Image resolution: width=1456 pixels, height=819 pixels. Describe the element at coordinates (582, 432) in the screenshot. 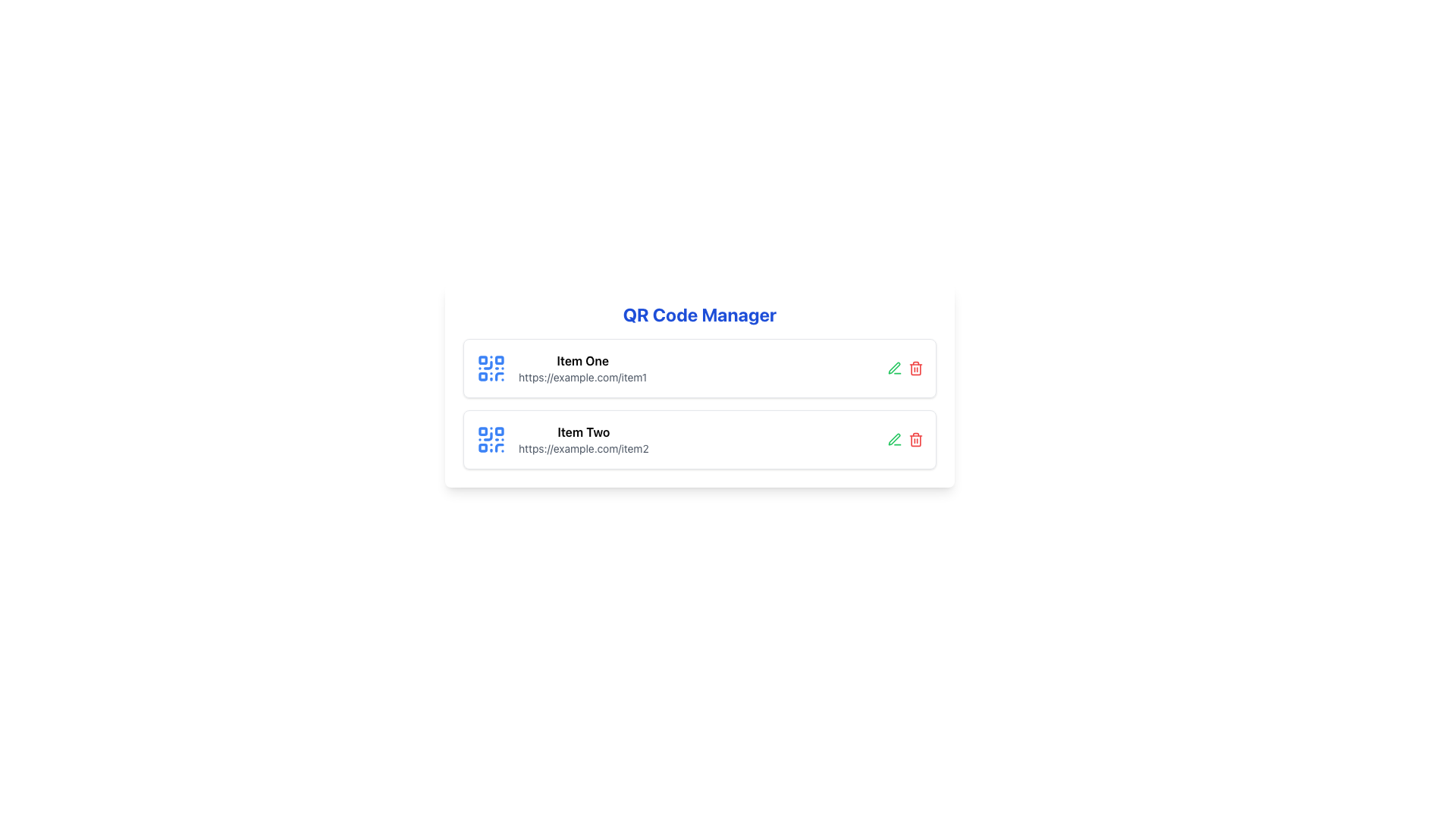

I see `the text label that identifies the second entry in a vertical list, which is positioned beneath 'Item One'` at that location.